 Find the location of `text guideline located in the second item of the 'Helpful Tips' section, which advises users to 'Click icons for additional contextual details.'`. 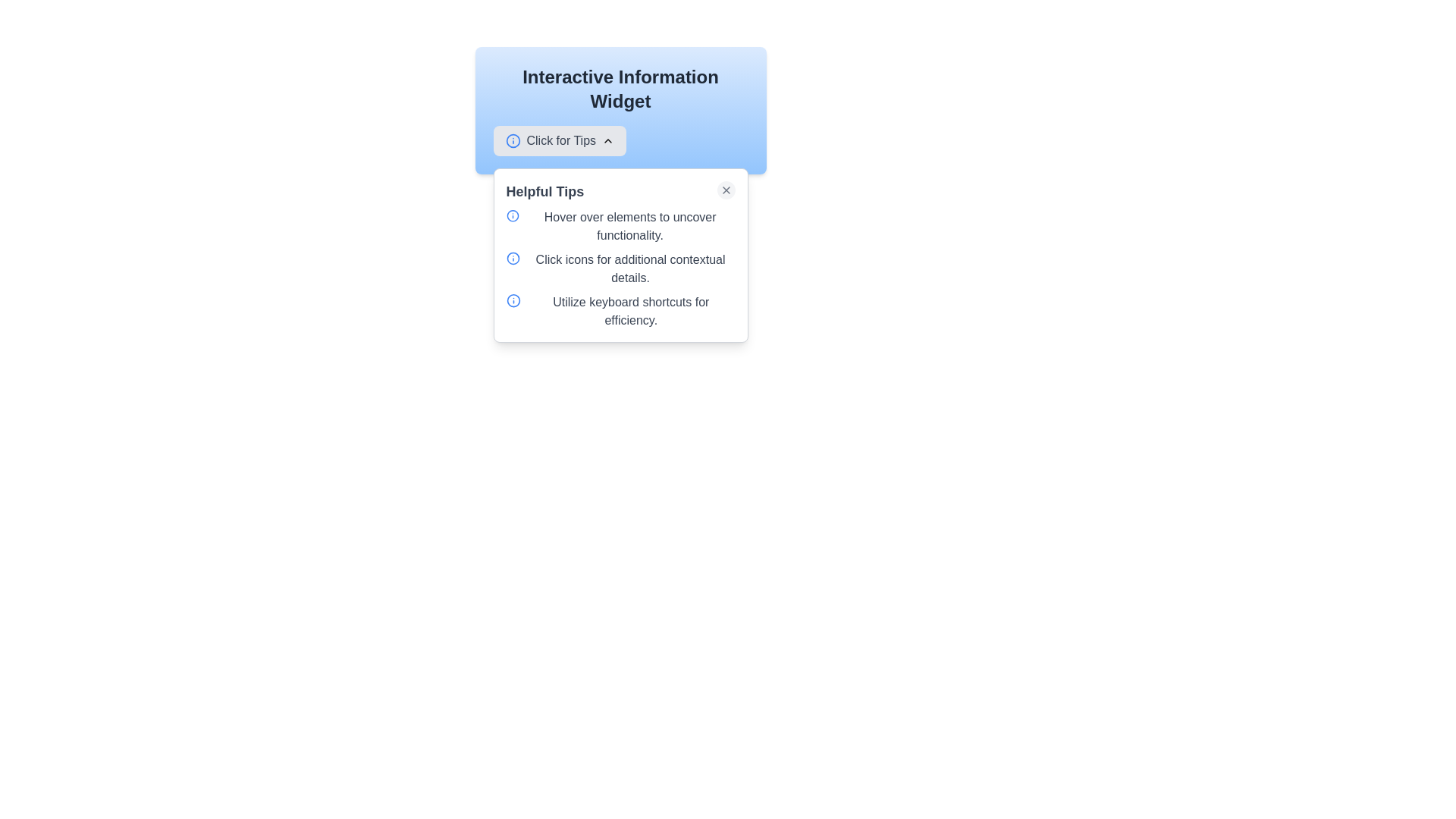

text guideline located in the second item of the 'Helpful Tips' section, which advises users to 'Click icons for additional contextual details.' is located at coordinates (620, 268).